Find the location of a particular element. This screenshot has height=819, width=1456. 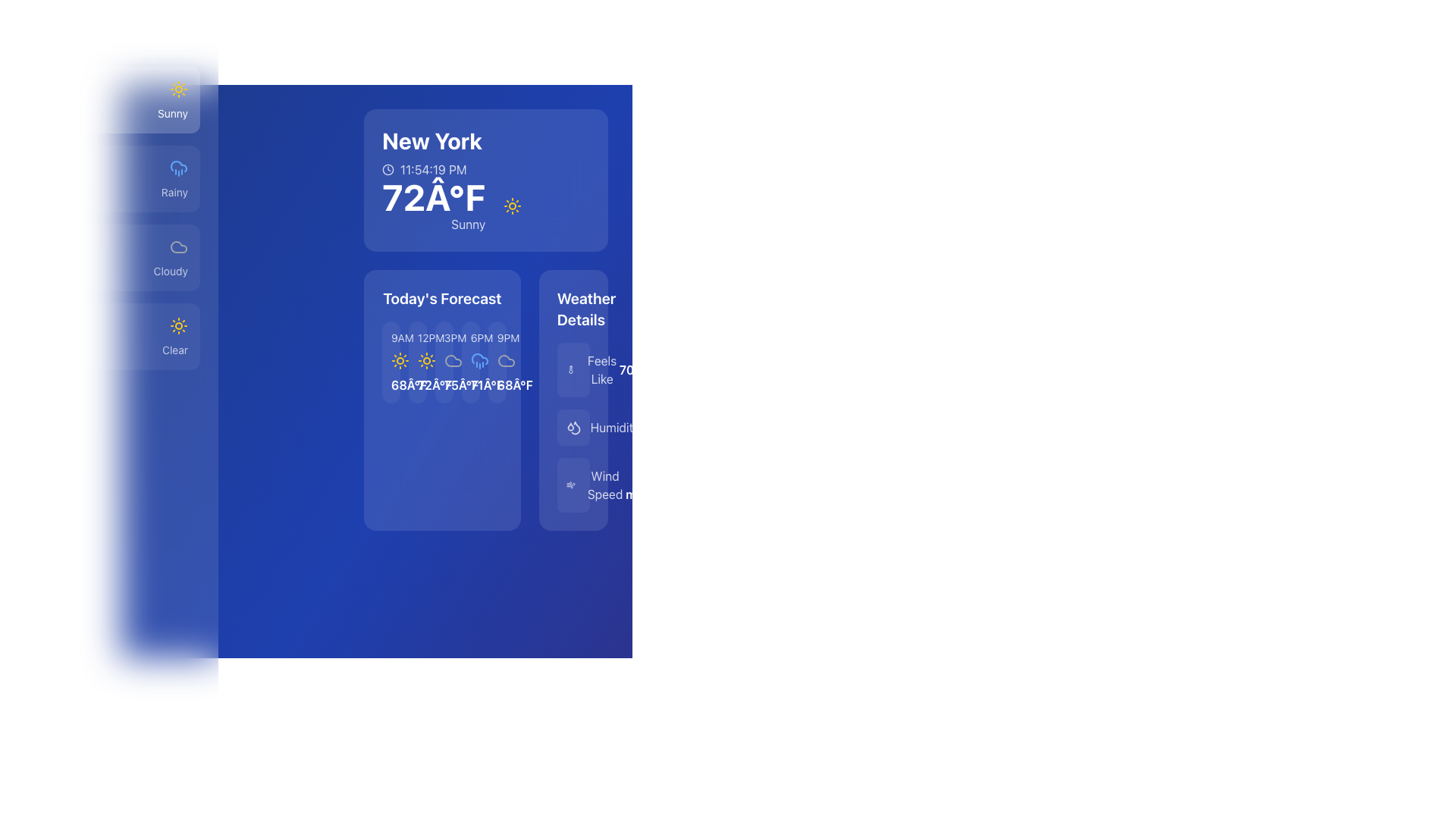

the 'Sunny' text label is located at coordinates (172, 113).